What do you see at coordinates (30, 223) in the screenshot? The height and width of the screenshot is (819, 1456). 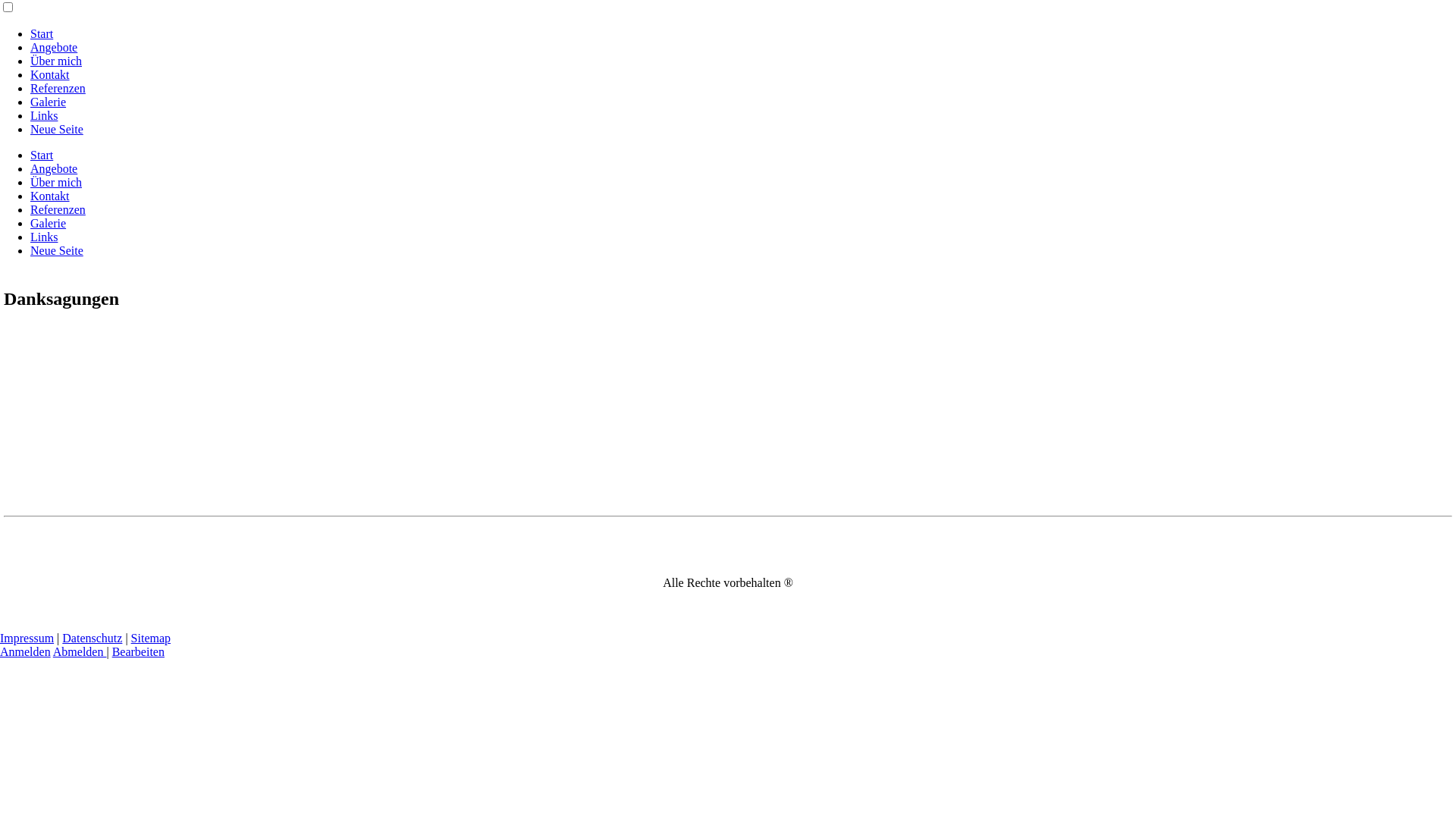 I see `'Galerie'` at bounding box center [30, 223].